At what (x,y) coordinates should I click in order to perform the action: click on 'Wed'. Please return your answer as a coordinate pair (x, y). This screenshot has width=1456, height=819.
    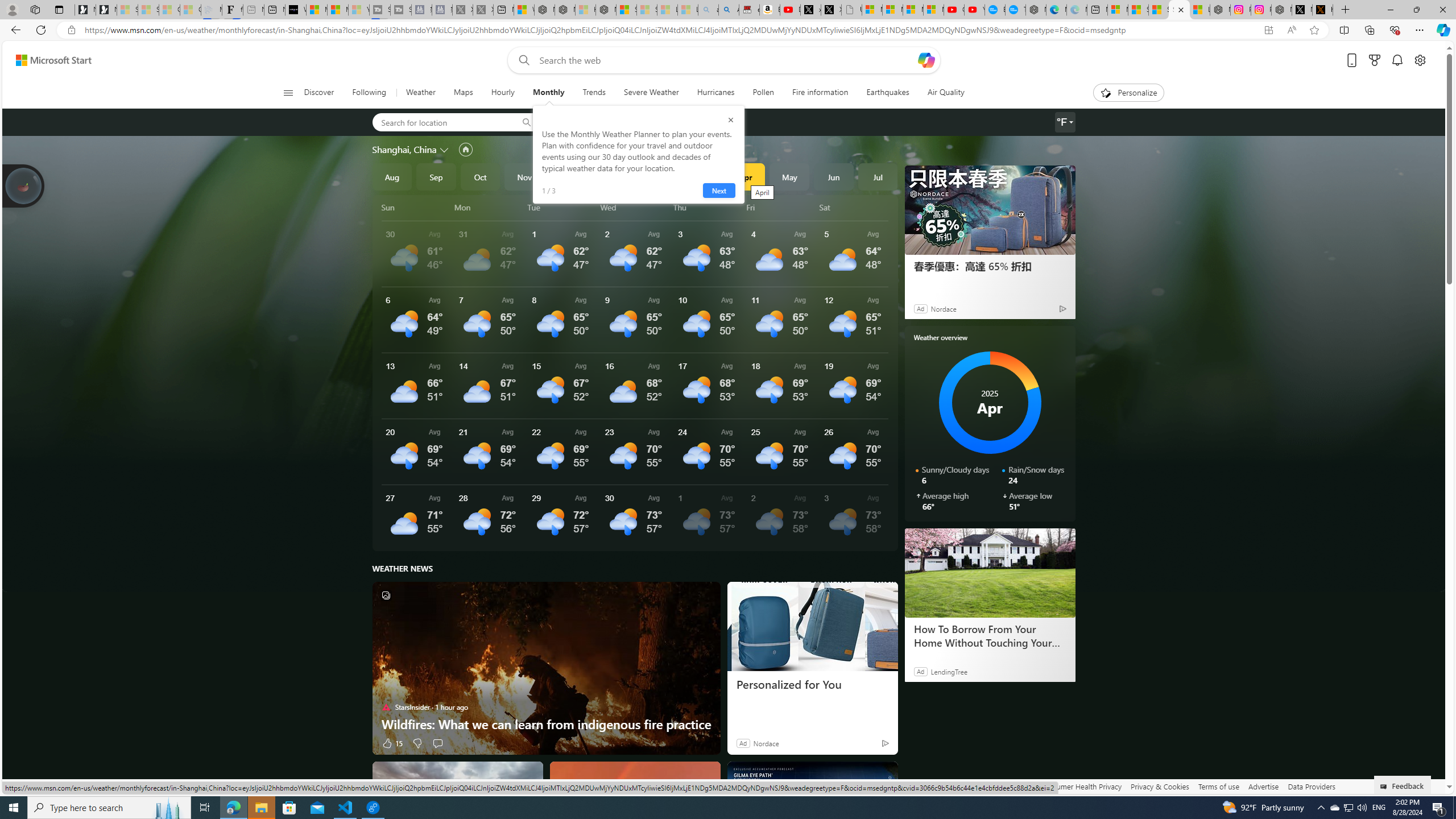
    Looking at the image, I should click on (635, 207).